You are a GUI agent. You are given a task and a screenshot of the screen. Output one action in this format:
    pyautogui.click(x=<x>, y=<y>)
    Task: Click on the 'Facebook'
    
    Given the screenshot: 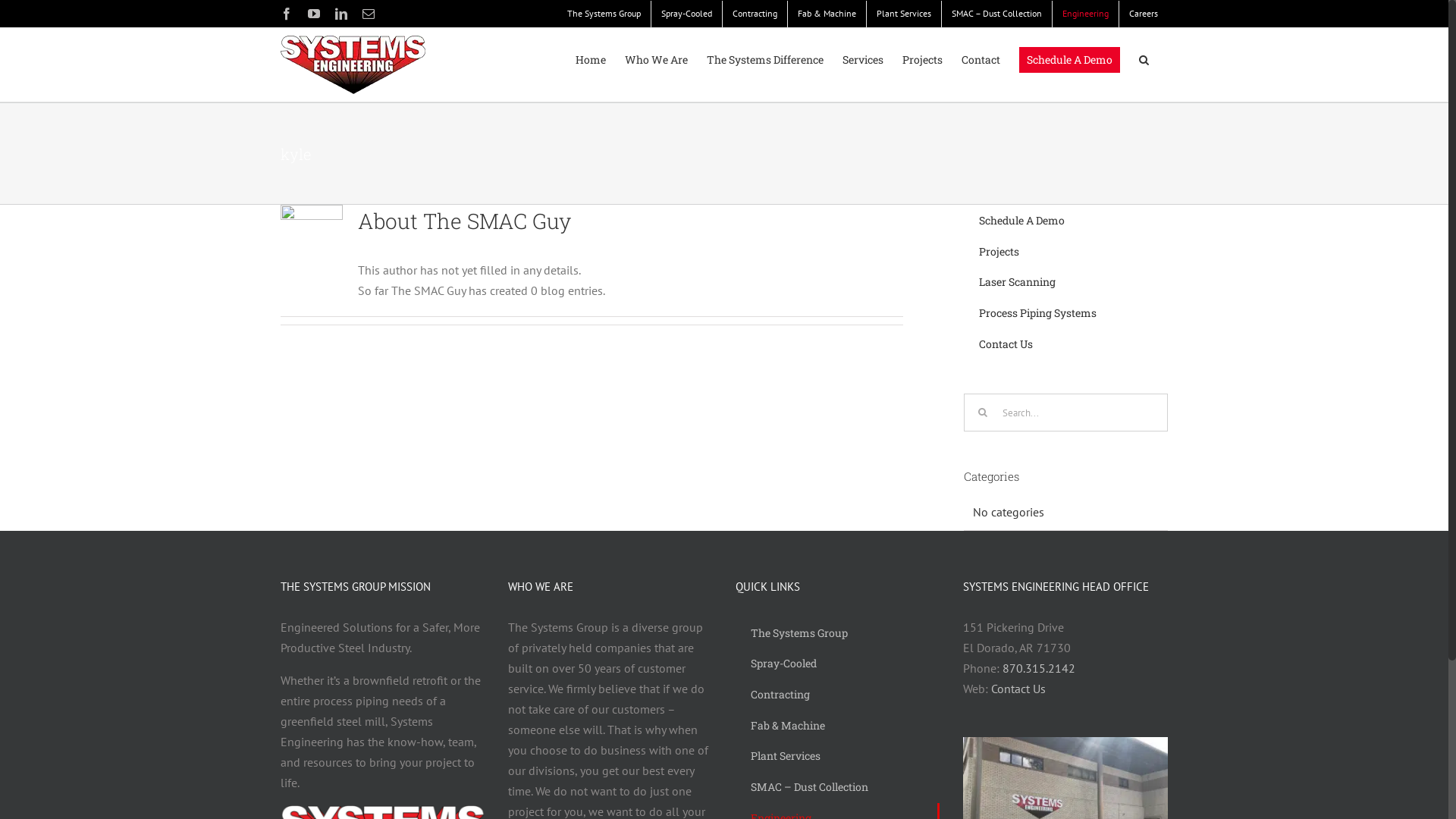 What is the action you would take?
    pyautogui.click(x=287, y=14)
    